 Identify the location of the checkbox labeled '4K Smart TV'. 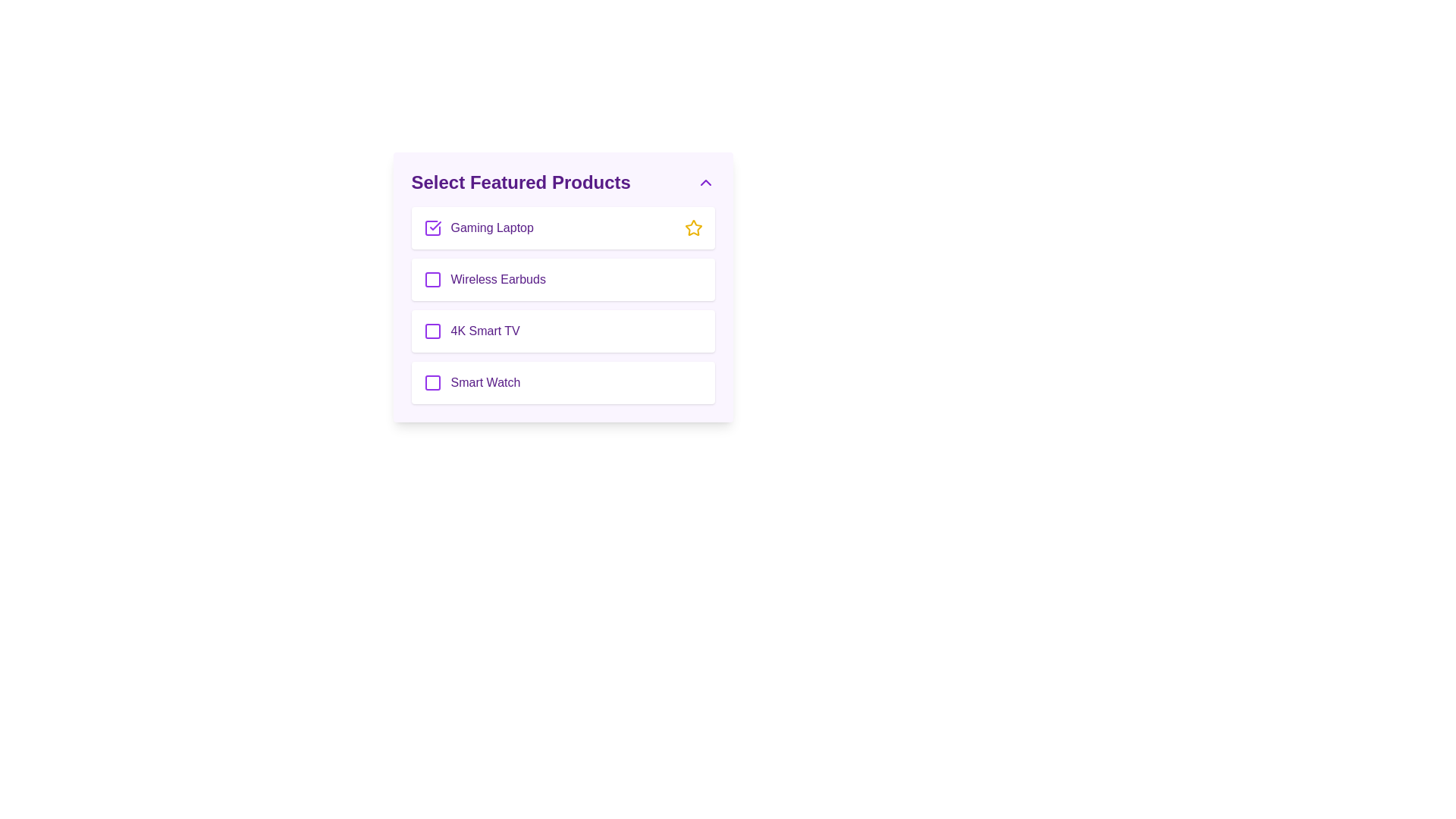
(562, 330).